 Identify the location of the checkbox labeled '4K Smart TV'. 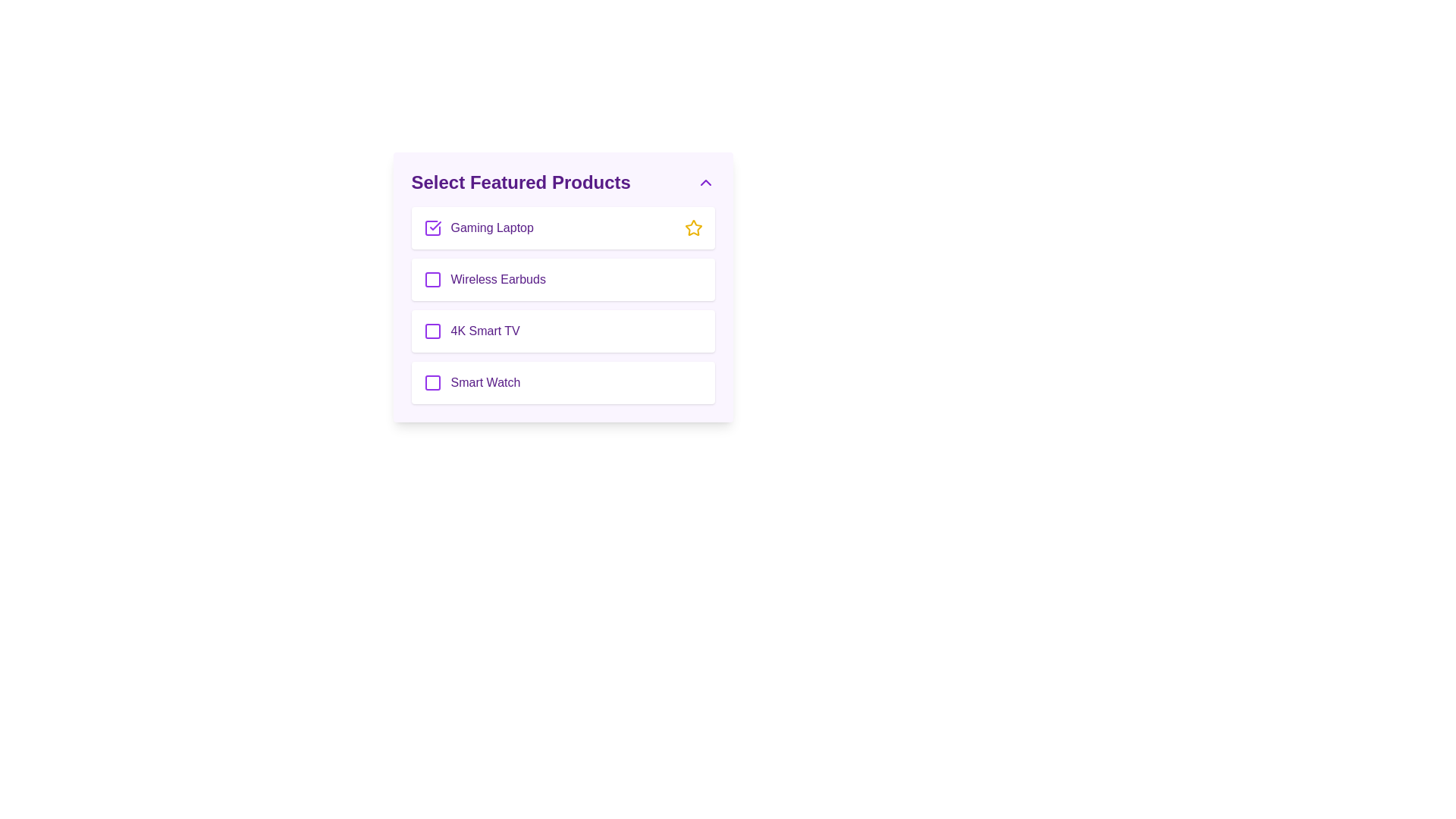
(562, 330).